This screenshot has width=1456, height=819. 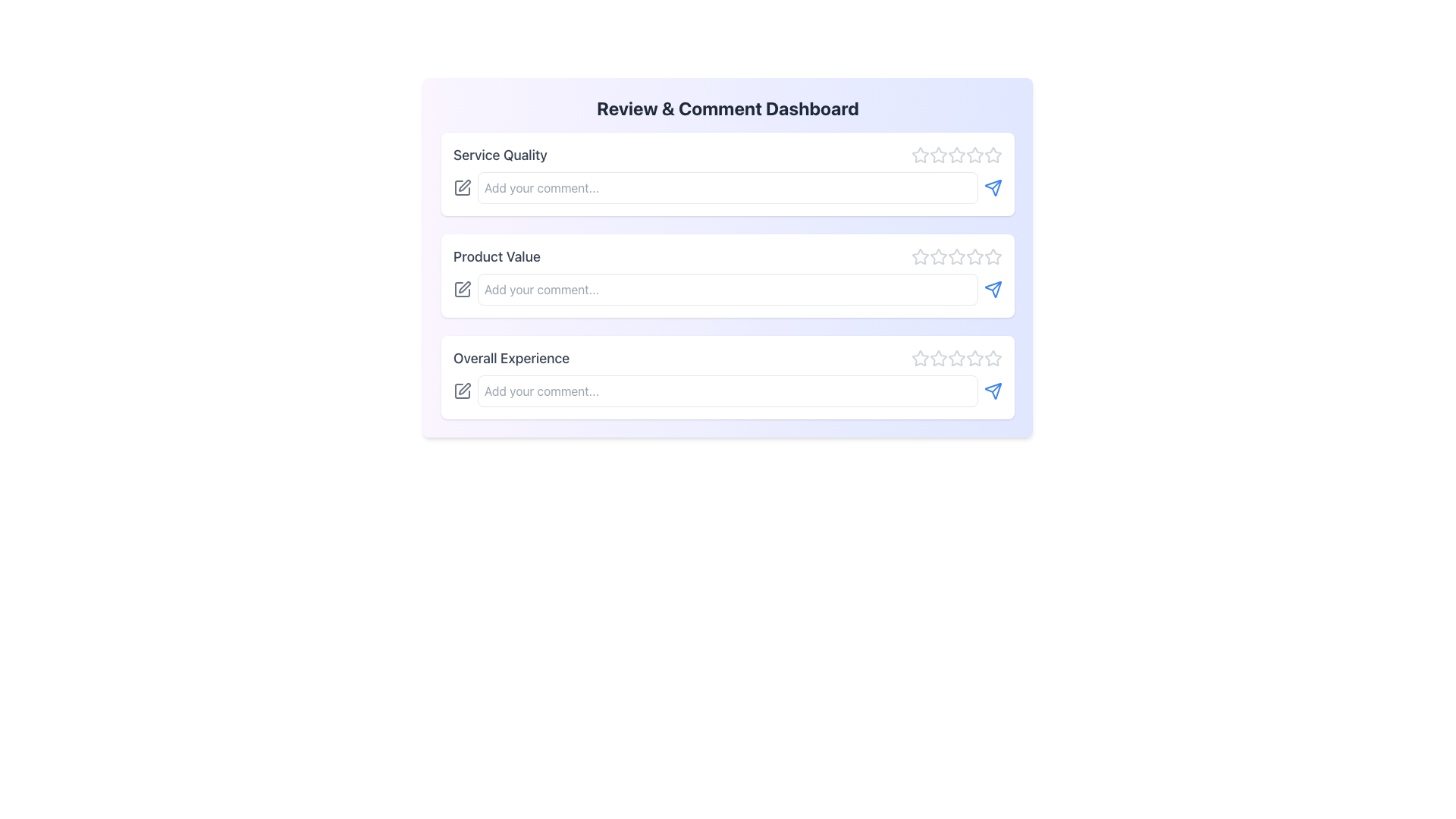 What do you see at coordinates (993, 391) in the screenshot?
I see `the blue paper plane icon button located at the rightmost end of the 'Overall Experience' comment input field for accessibility navigation` at bounding box center [993, 391].